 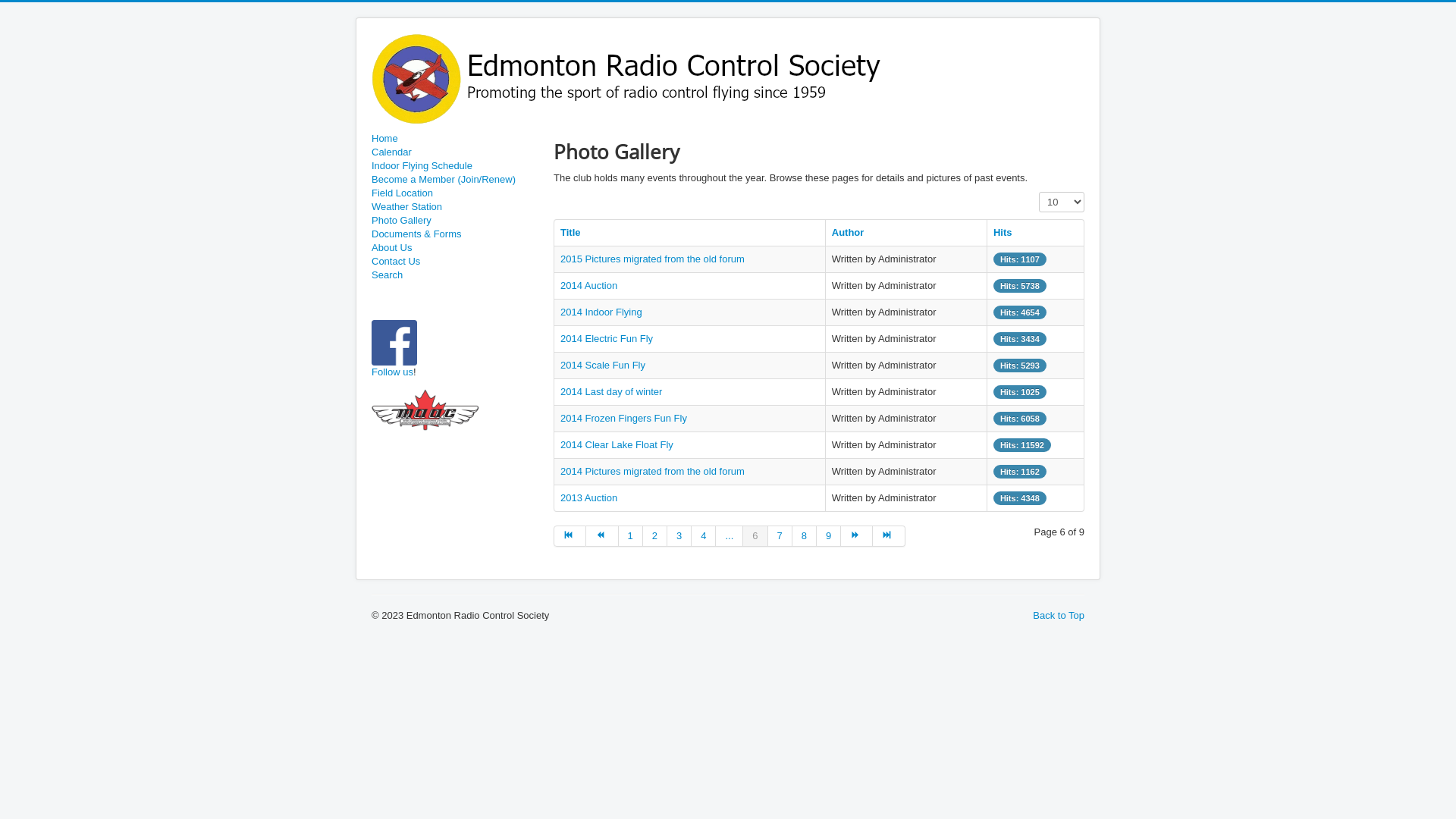 I want to click on 'Prev', so click(x=601, y=535).